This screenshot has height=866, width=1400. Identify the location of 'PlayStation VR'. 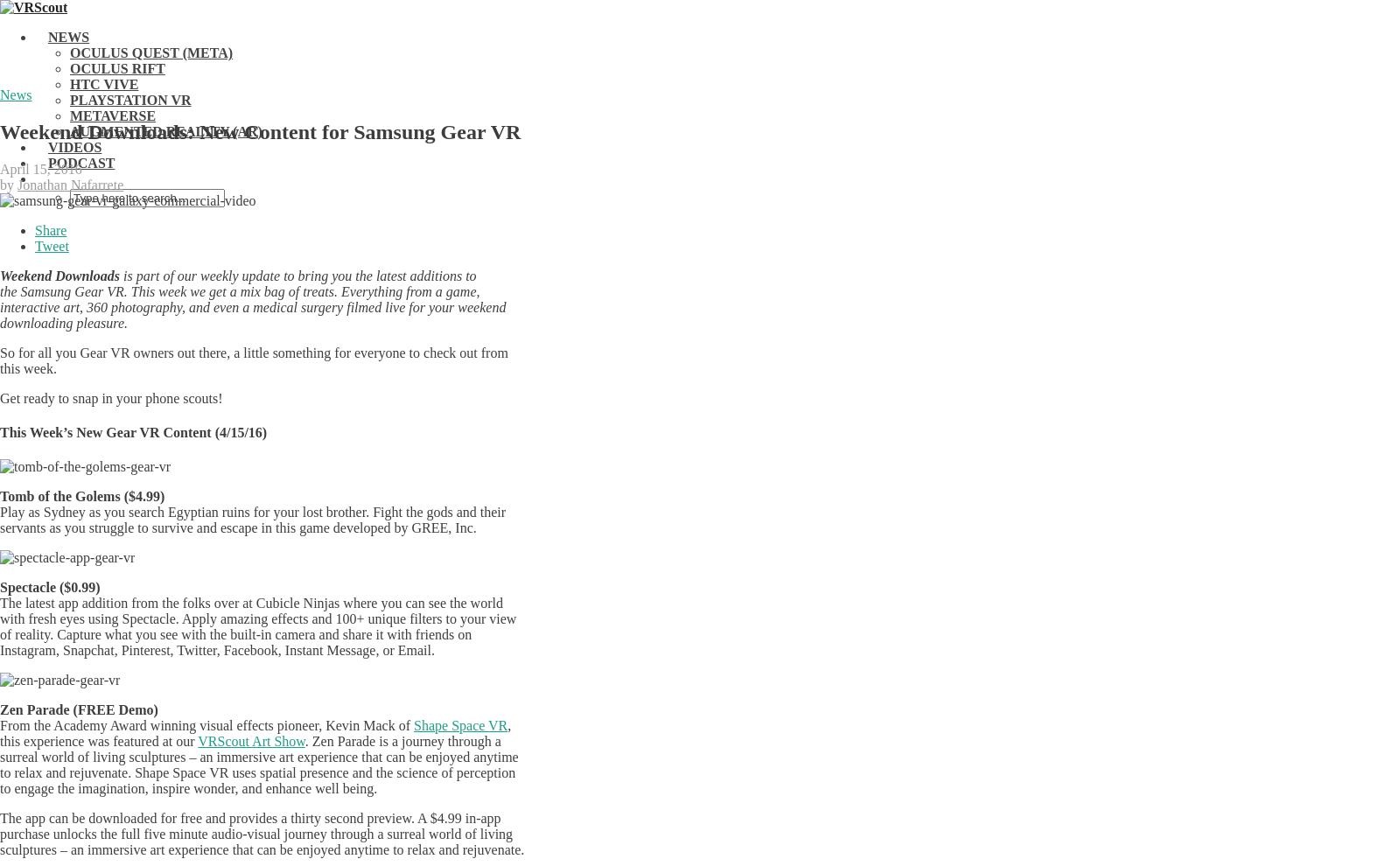
(129, 99).